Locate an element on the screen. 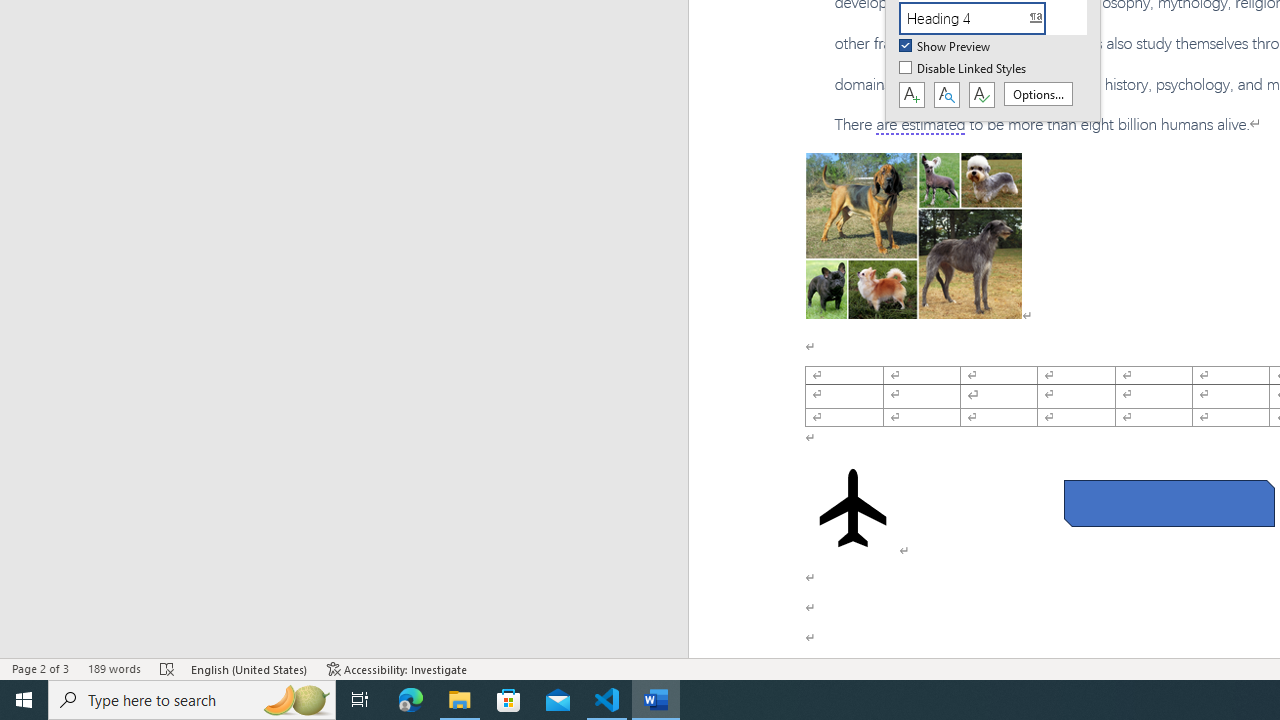 This screenshot has width=1280, height=720. 'Page Number Page 2 of 3' is located at coordinates (40, 669).